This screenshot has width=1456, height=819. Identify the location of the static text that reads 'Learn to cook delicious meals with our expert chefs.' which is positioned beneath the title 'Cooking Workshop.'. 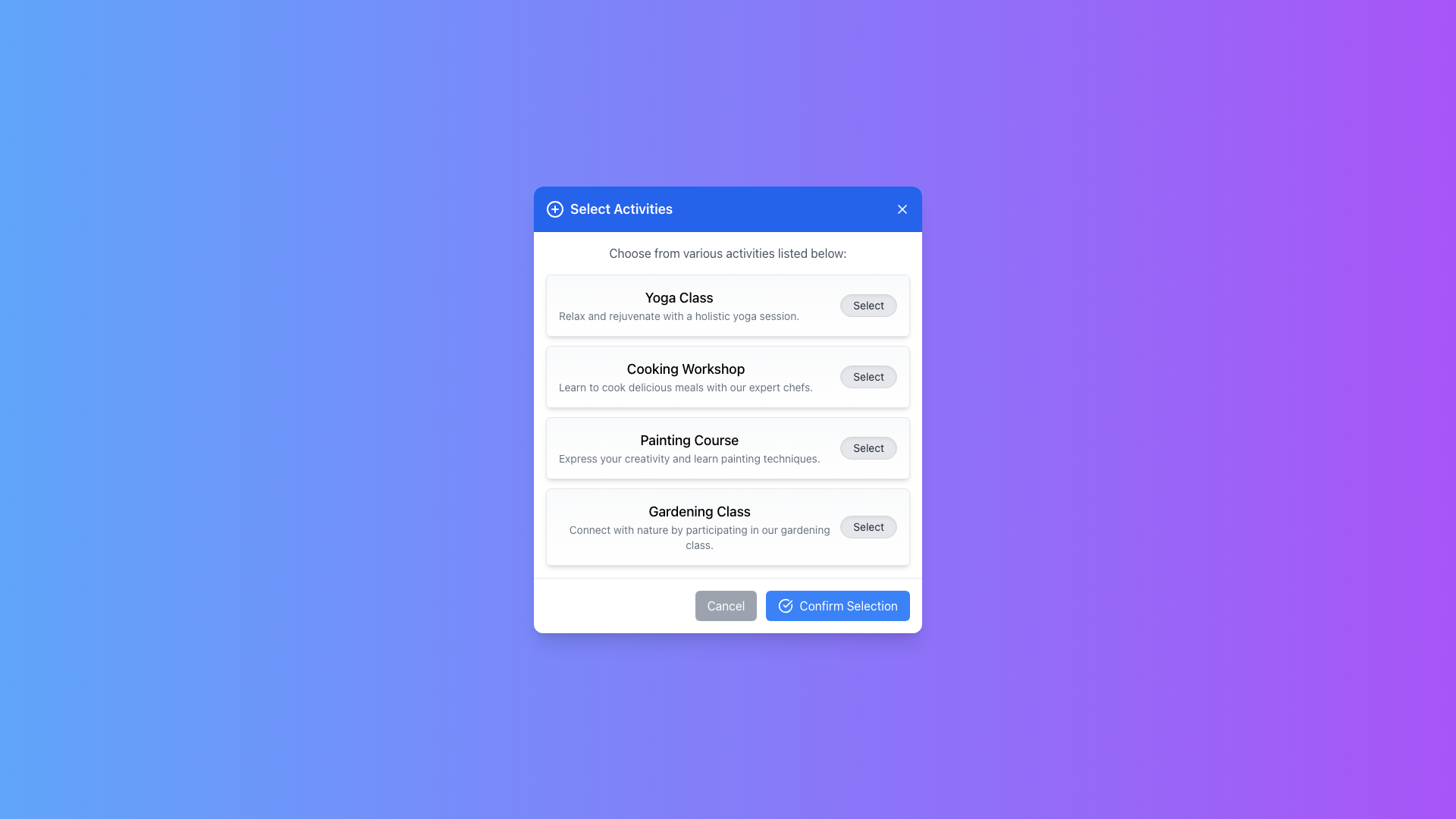
(685, 386).